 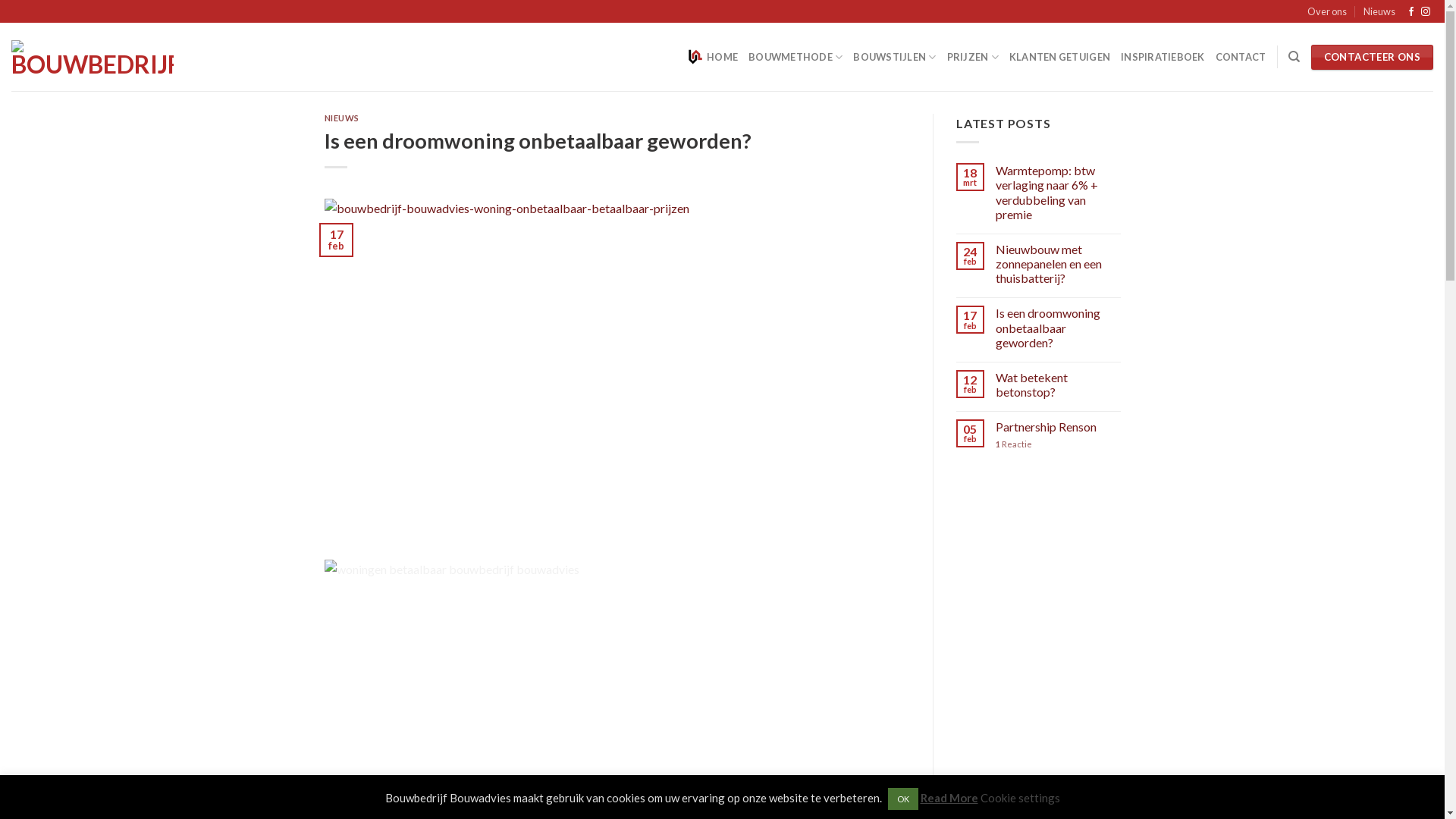 What do you see at coordinates (1425, 11) in the screenshot?
I see `'Volg ons op Instagram'` at bounding box center [1425, 11].